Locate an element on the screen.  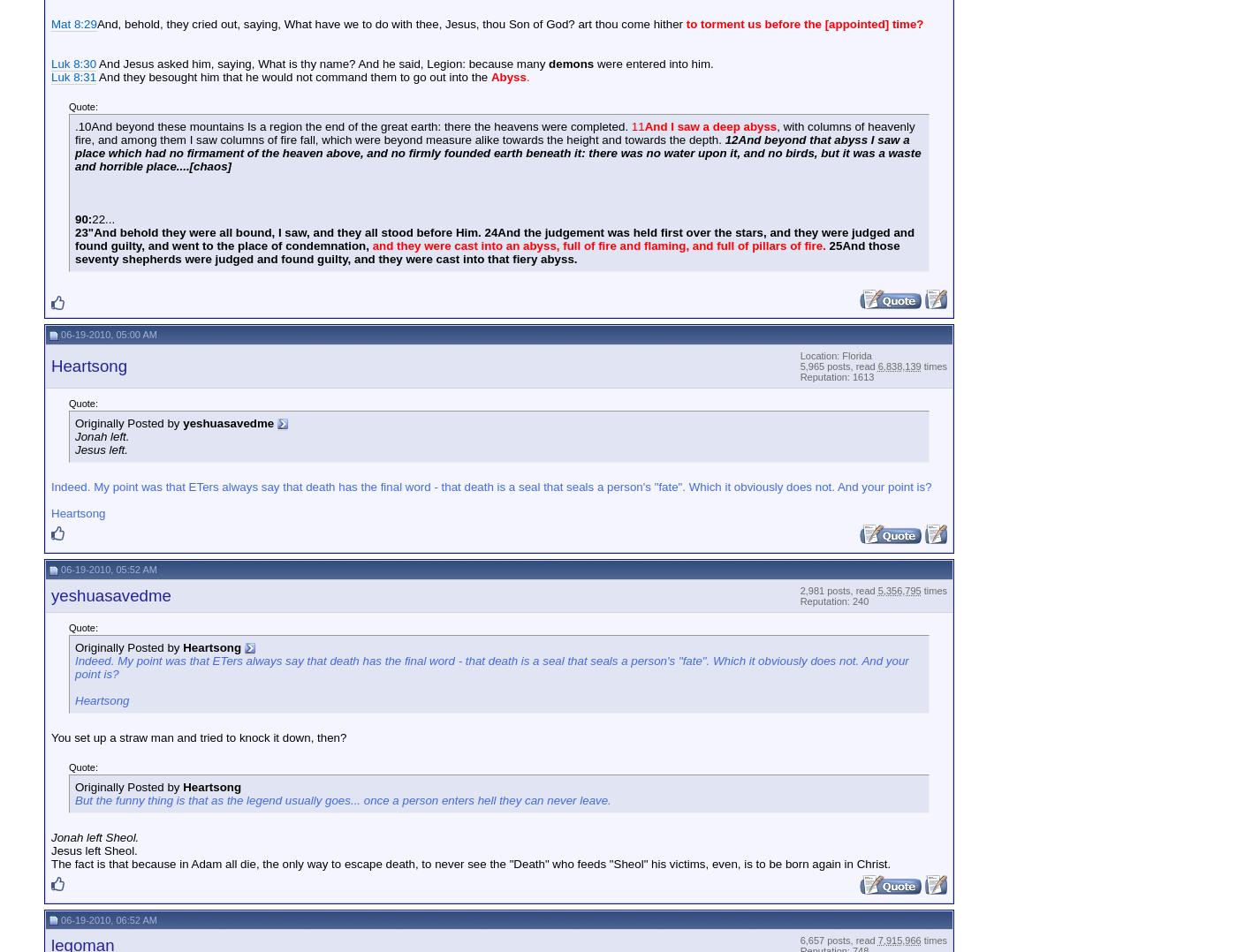
'And I saw a deep abyss' is located at coordinates (710, 126).